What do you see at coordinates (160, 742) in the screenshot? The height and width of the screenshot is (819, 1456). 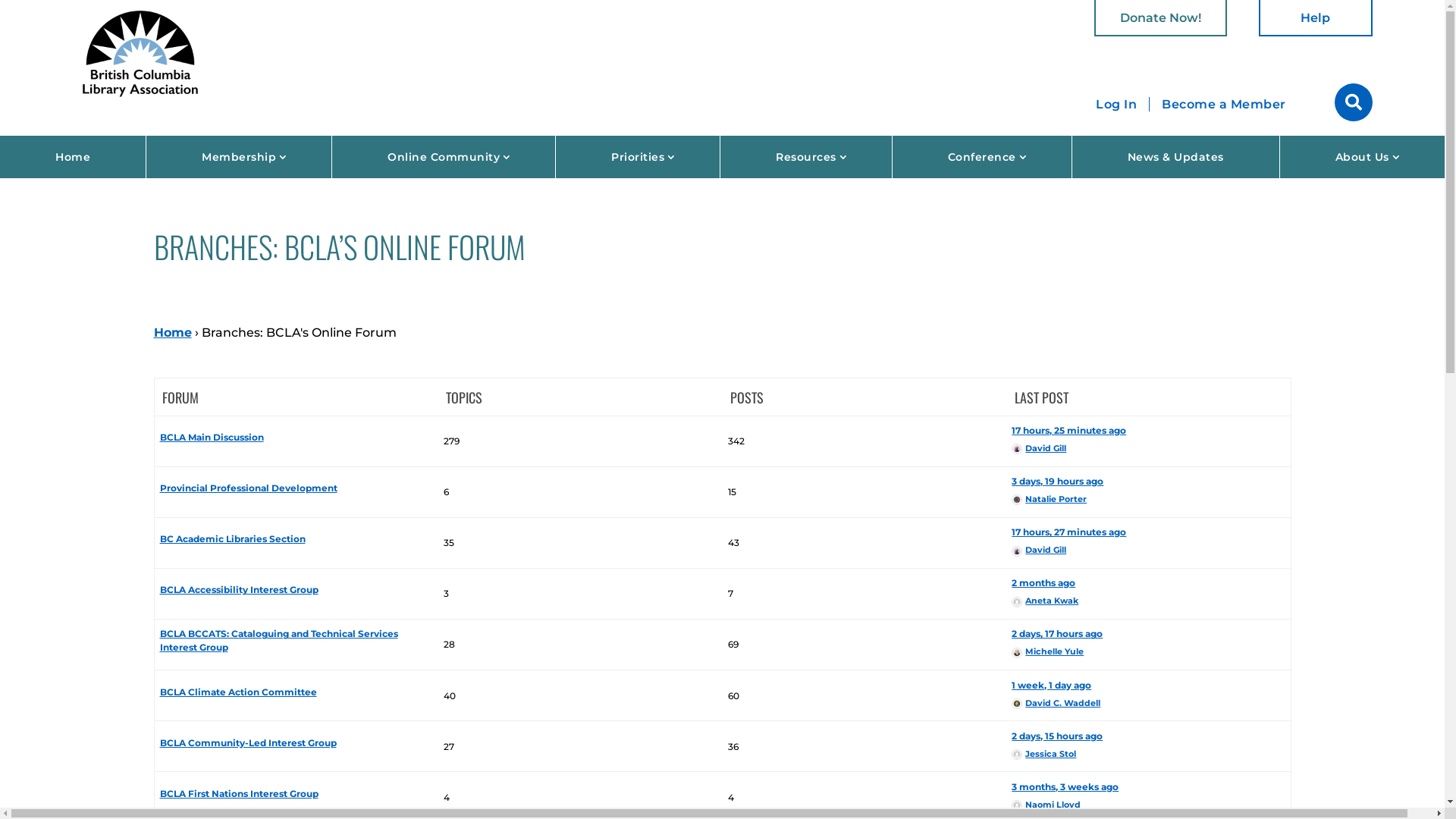 I see `'BCLA Community-Led Interest Group'` at bounding box center [160, 742].